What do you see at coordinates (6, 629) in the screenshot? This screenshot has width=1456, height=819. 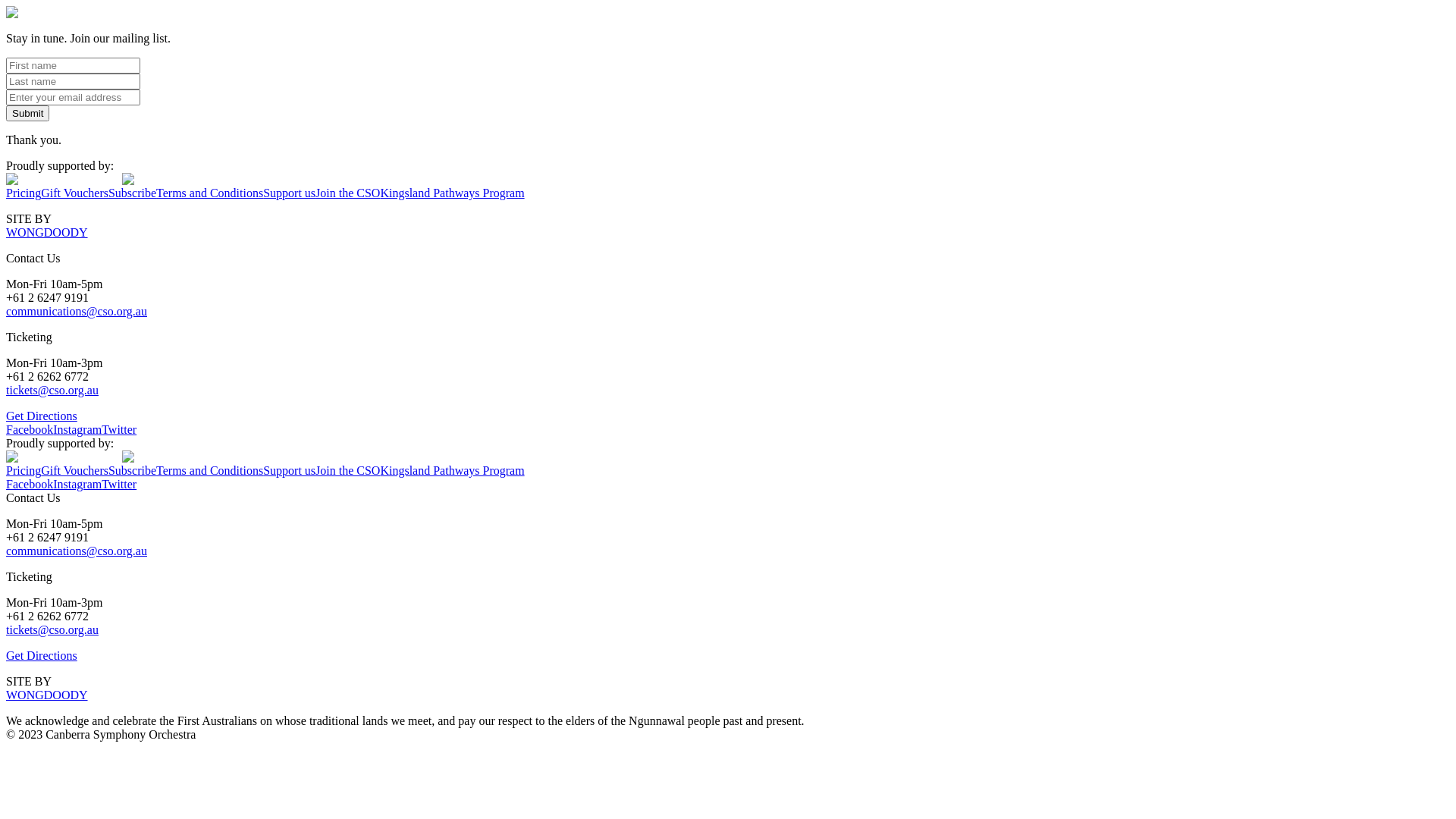 I see `'tickets@cso.org.au'` at bounding box center [6, 629].